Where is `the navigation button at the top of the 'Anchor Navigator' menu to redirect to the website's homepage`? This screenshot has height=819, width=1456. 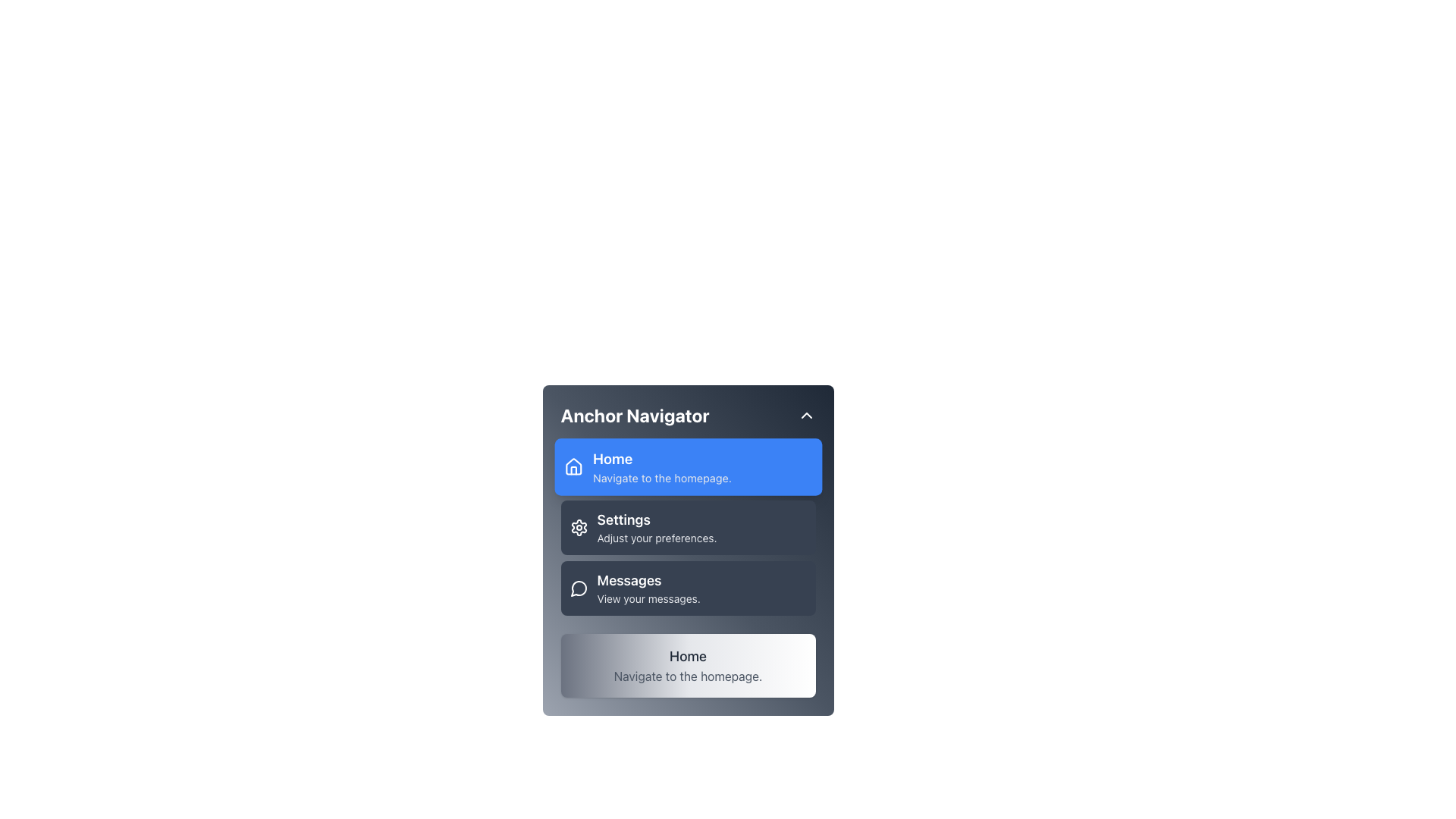 the navigation button at the top of the 'Anchor Navigator' menu to redirect to the website's homepage is located at coordinates (687, 466).